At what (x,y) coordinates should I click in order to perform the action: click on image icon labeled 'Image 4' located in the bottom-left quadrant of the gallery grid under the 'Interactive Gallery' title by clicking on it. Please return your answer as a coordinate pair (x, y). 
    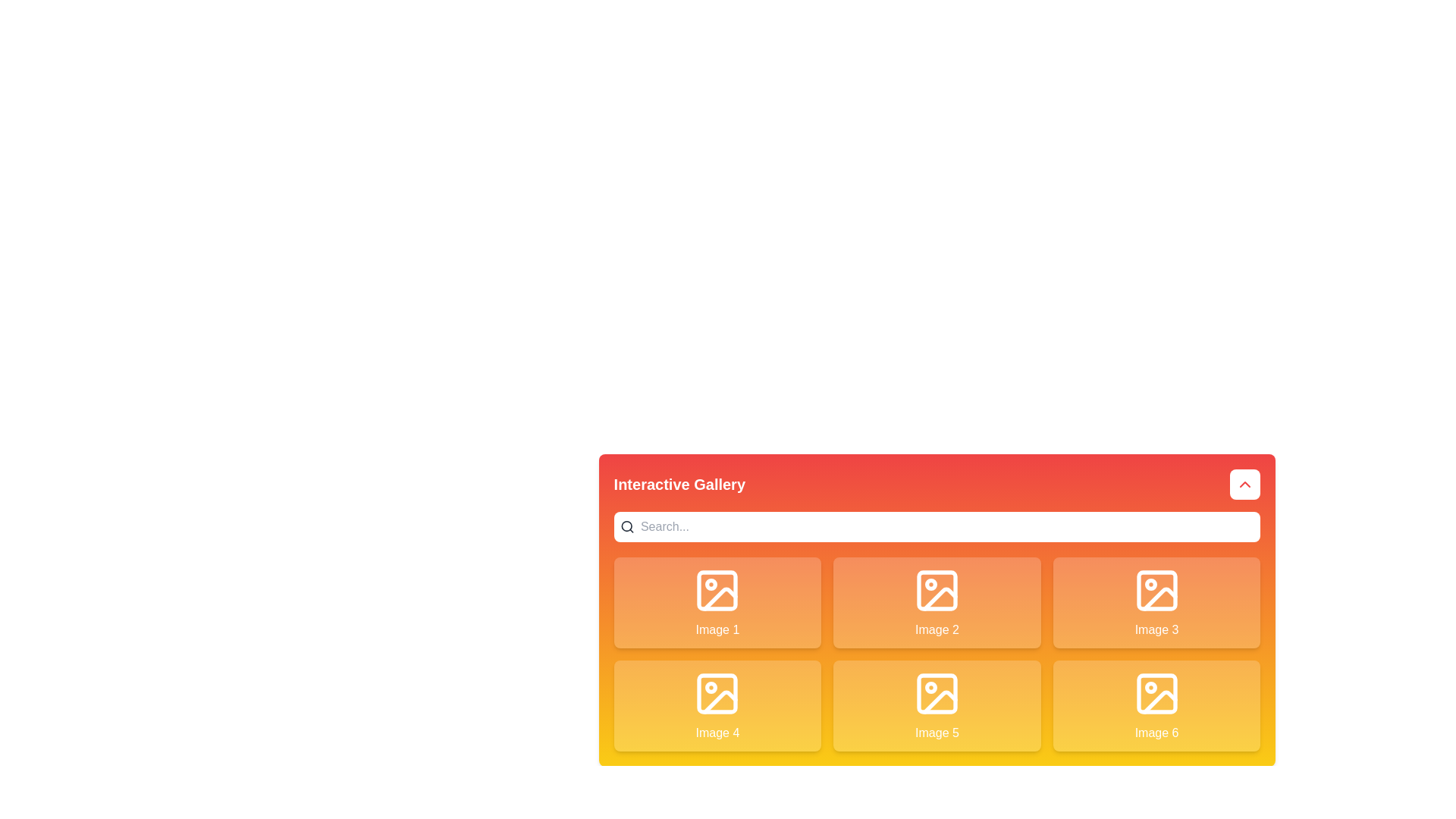
    Looking at the image, I should click on (717, 693).